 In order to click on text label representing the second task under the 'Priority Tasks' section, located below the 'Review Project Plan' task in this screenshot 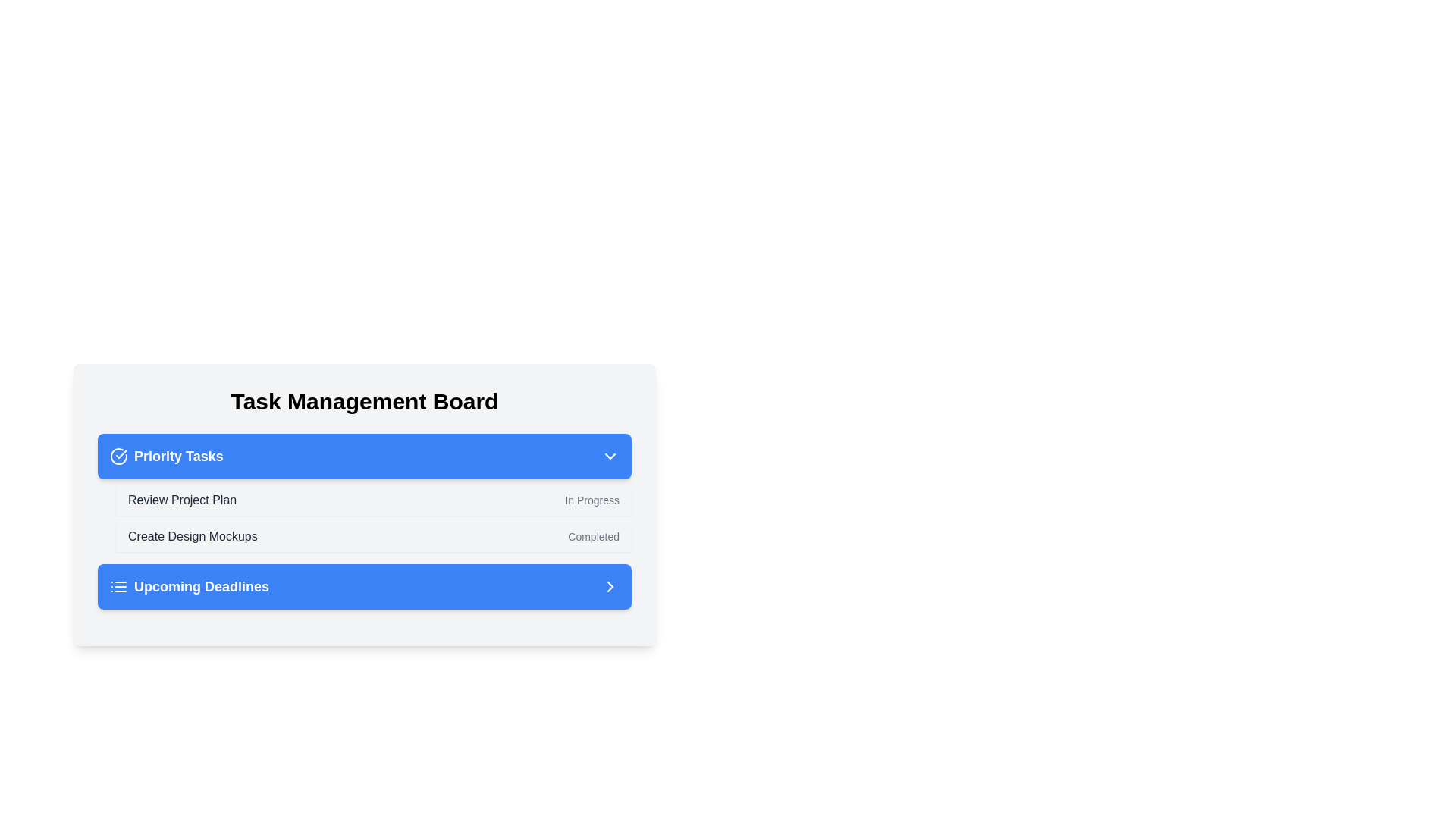, I will do `click(192, 535)`.